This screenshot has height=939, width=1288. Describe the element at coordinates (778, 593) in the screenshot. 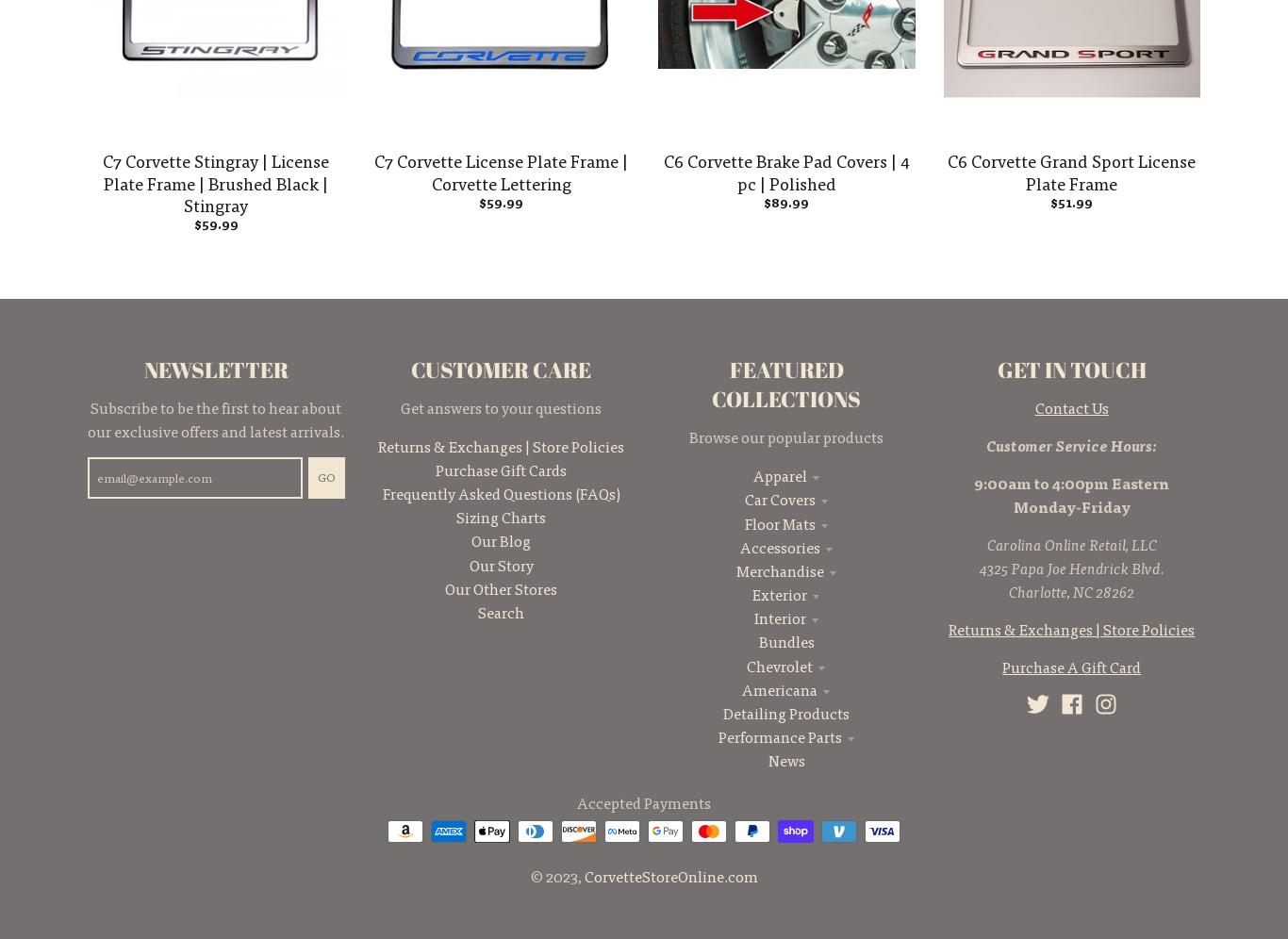

I see `'Exterior'` at that location.